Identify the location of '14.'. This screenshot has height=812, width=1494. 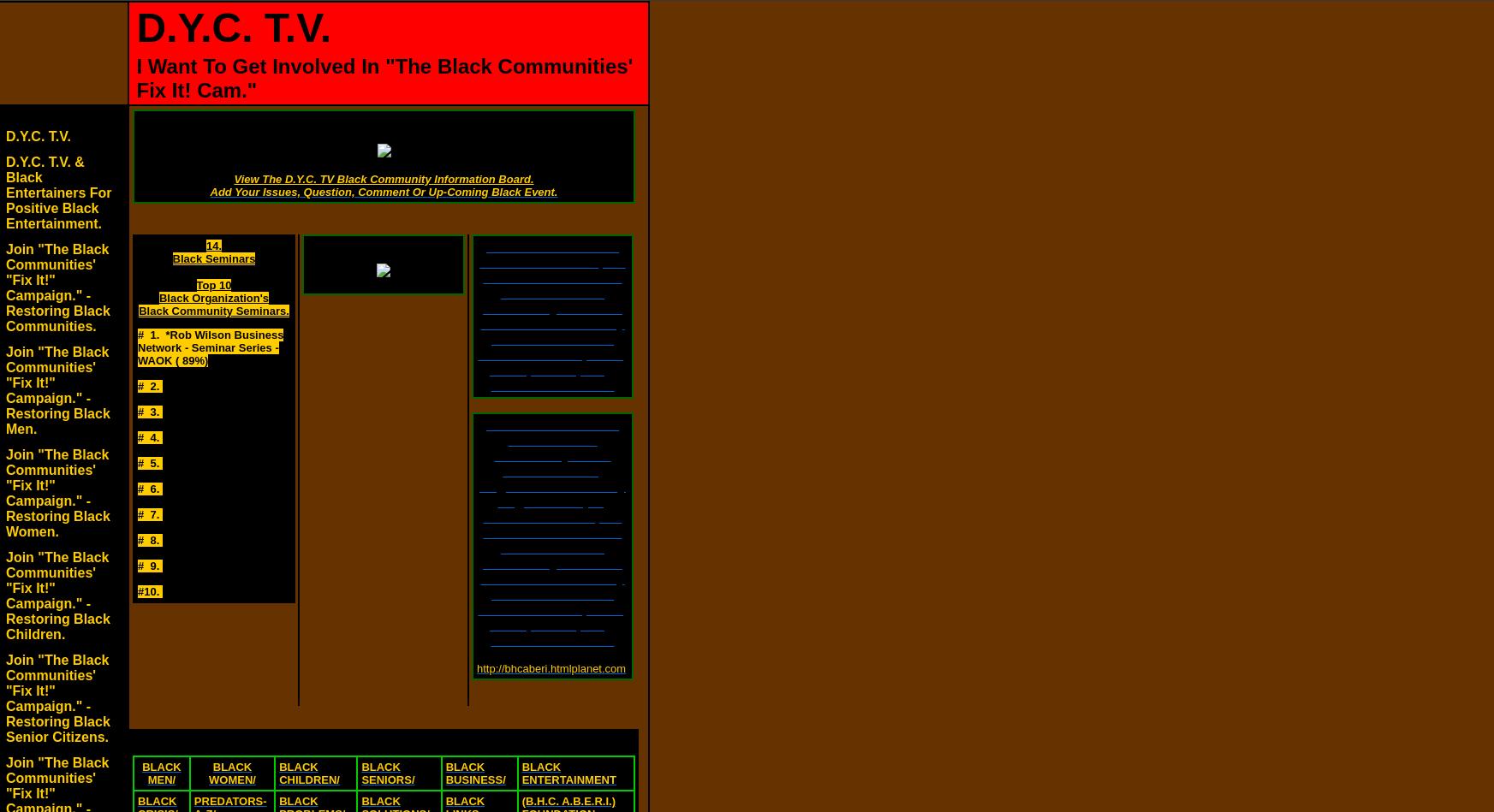
(212, 245).